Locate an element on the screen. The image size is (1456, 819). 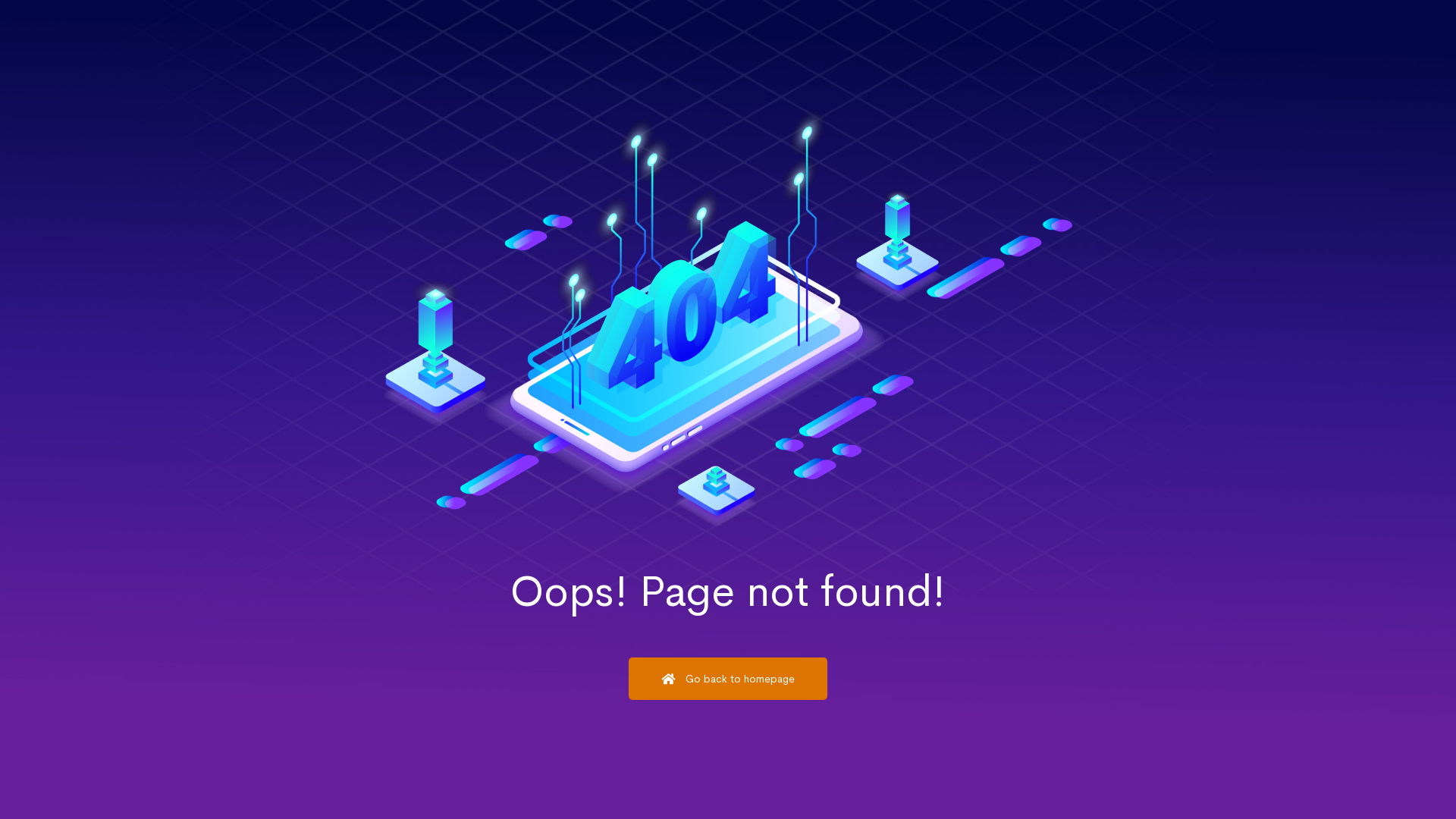
'Go back to homepage' is located at coordinates (728, 677).